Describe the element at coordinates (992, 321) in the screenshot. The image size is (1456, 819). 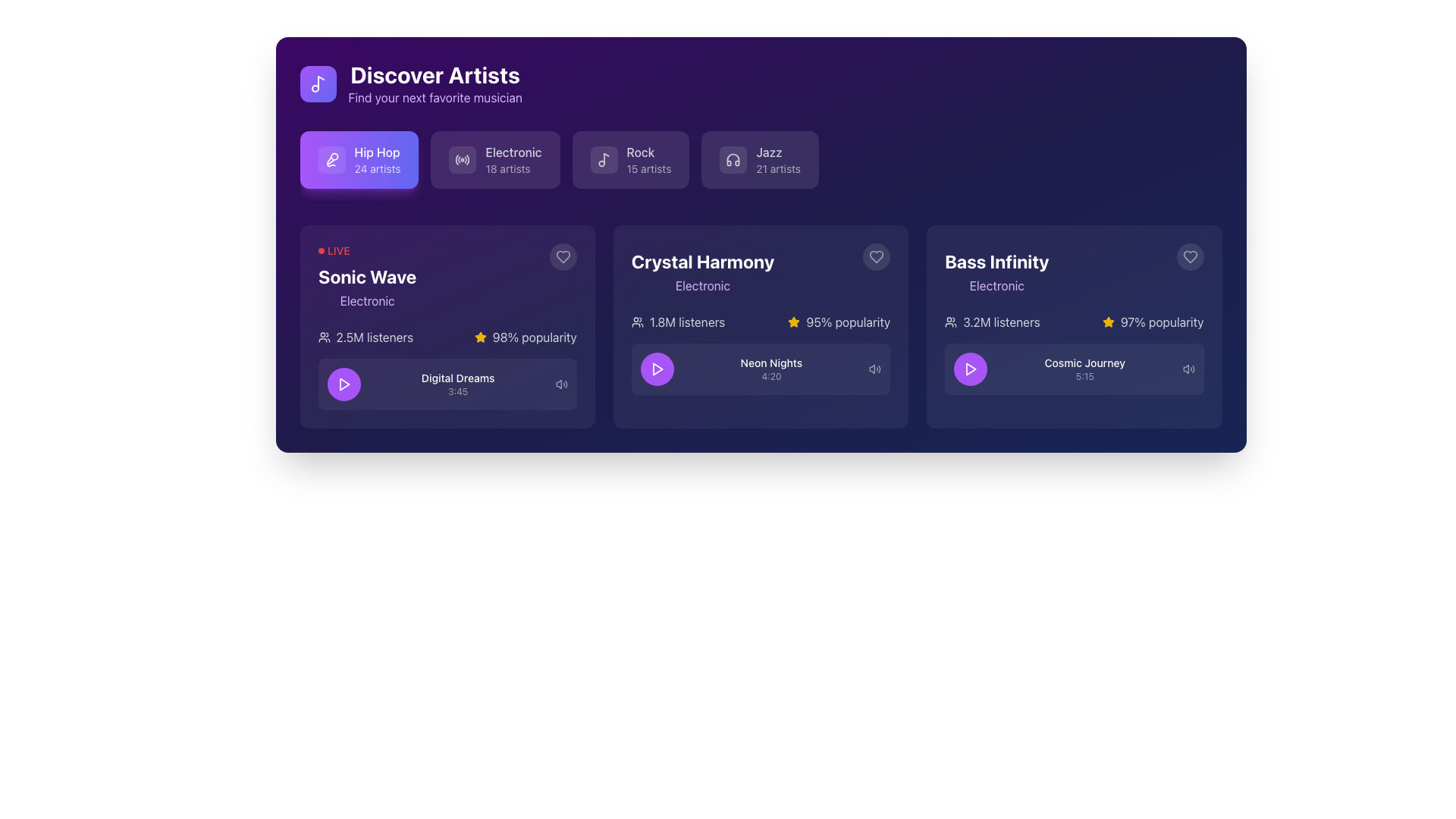
I see `the informational label displaying the number of listeners for the 'Bass Infinity' artist, located below the title and to the left of the popularity label` at that location.